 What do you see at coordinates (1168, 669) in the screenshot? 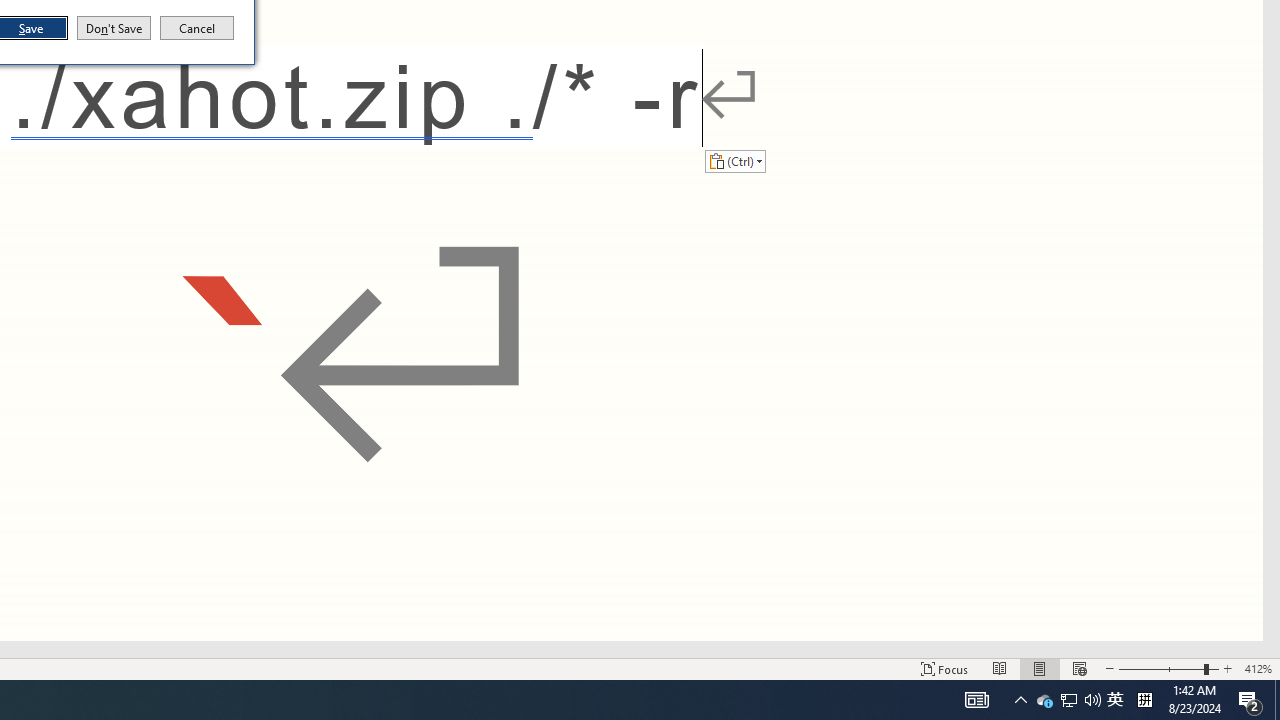
I see `'Zoom'` at bounding box center [1168, 669].